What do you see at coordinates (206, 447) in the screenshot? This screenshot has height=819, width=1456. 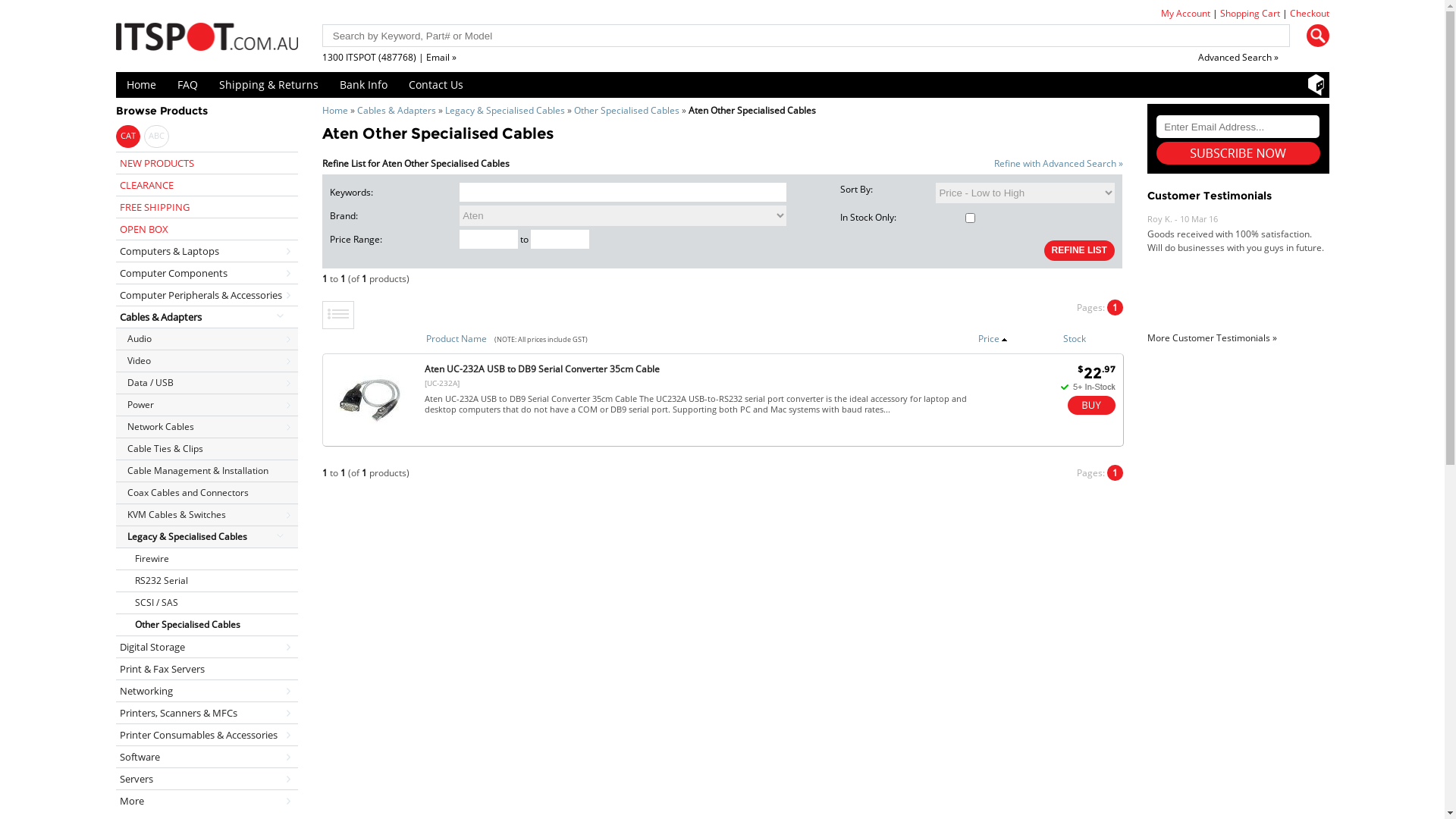 I see `'Cable Ties & Clips'` at bounding box center [206, 447].